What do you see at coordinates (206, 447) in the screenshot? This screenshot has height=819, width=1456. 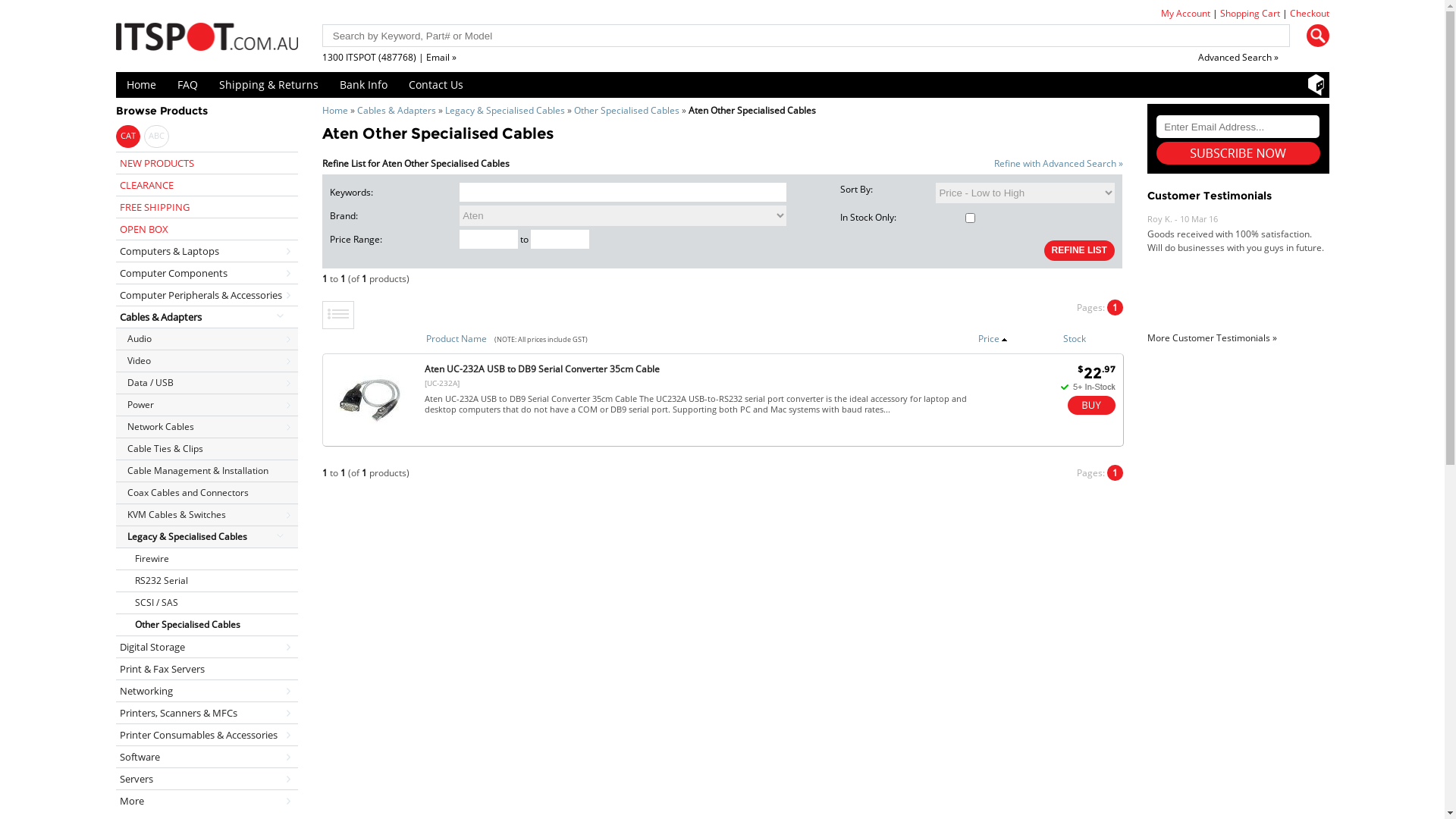 I see `'Cable Ties & Clips'` at bounding box center [206, 447].